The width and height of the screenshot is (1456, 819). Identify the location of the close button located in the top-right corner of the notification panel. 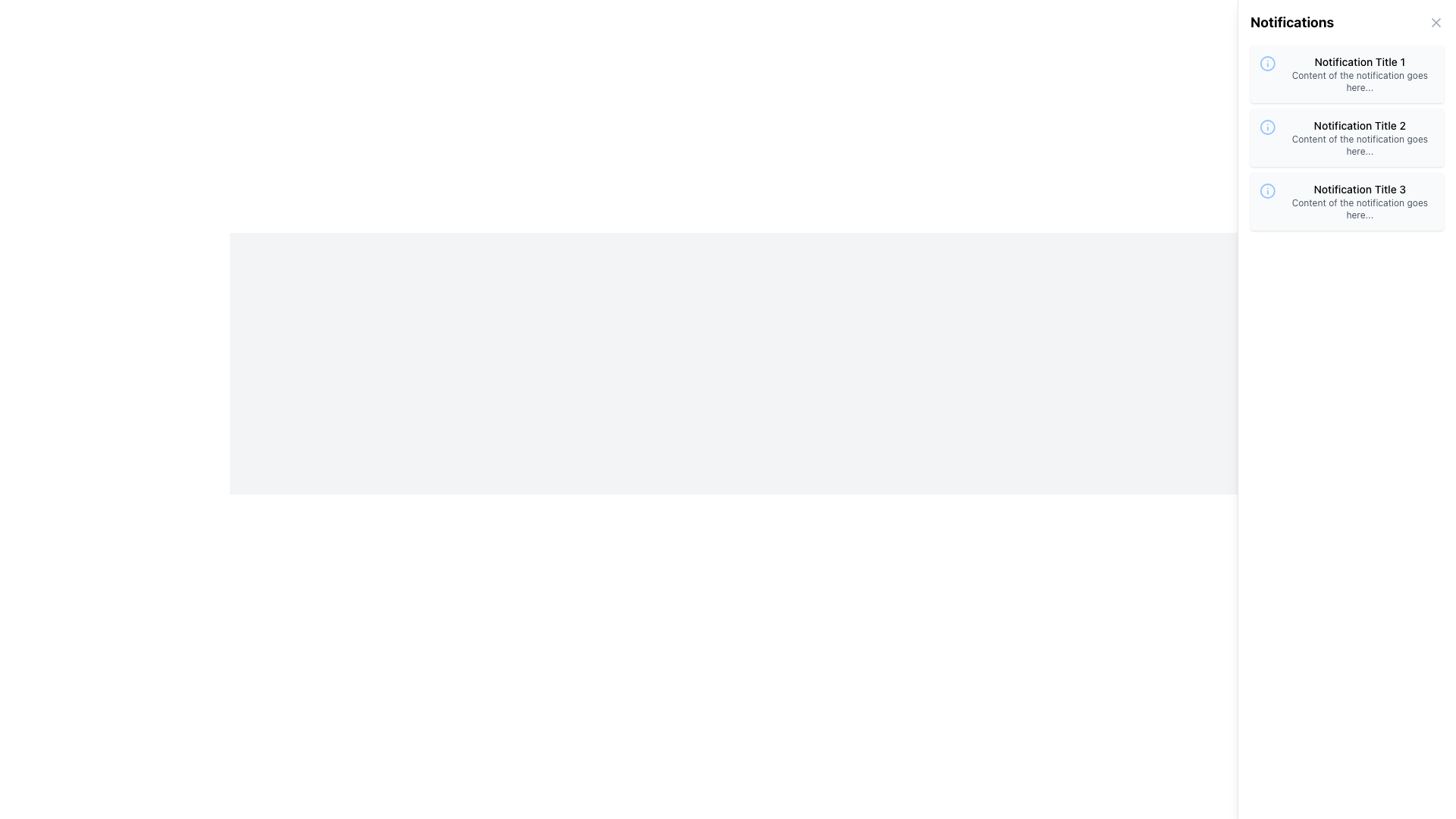
(1436, 23).